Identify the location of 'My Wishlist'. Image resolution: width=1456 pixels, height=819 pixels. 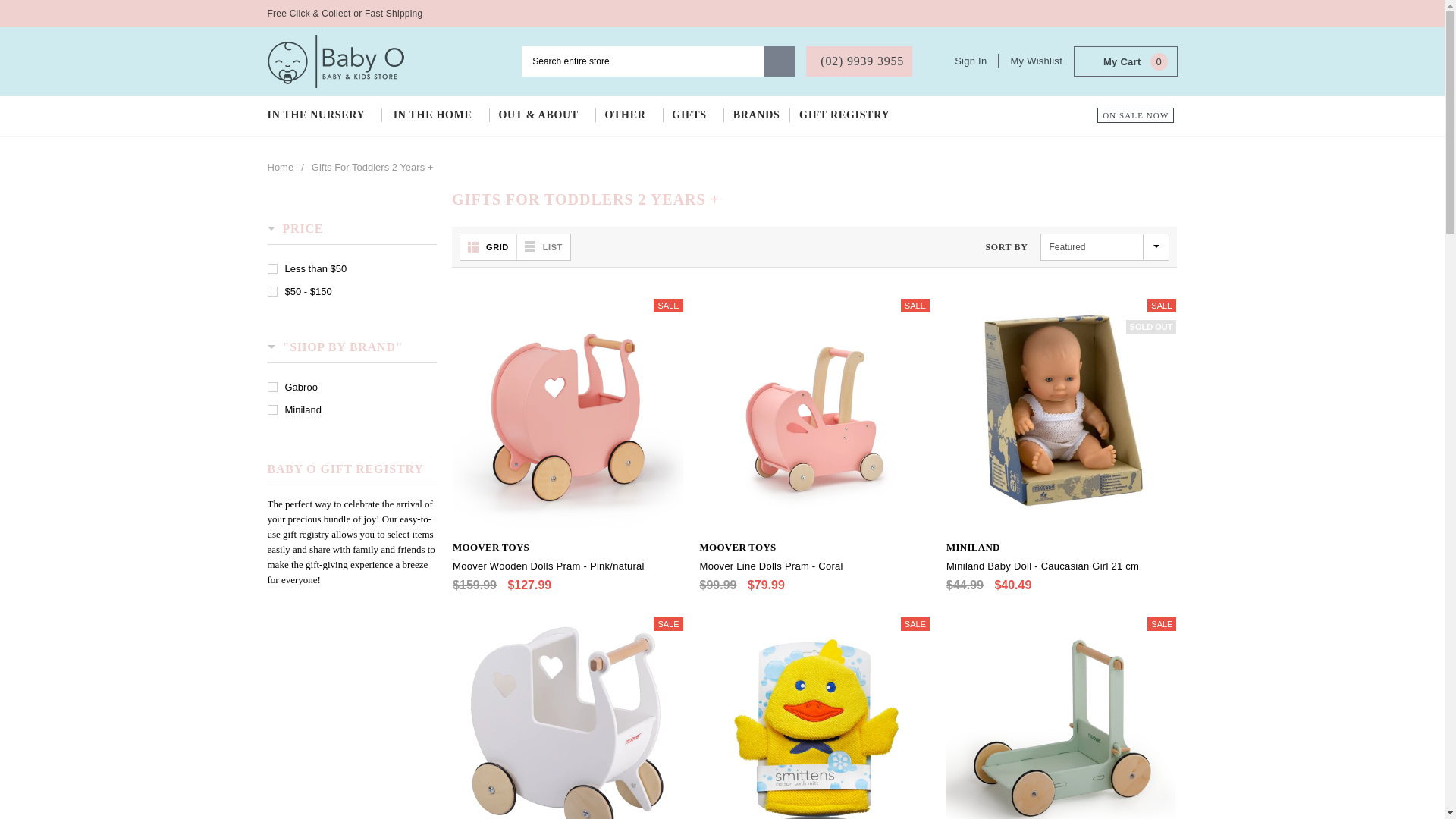
(1035, 60).